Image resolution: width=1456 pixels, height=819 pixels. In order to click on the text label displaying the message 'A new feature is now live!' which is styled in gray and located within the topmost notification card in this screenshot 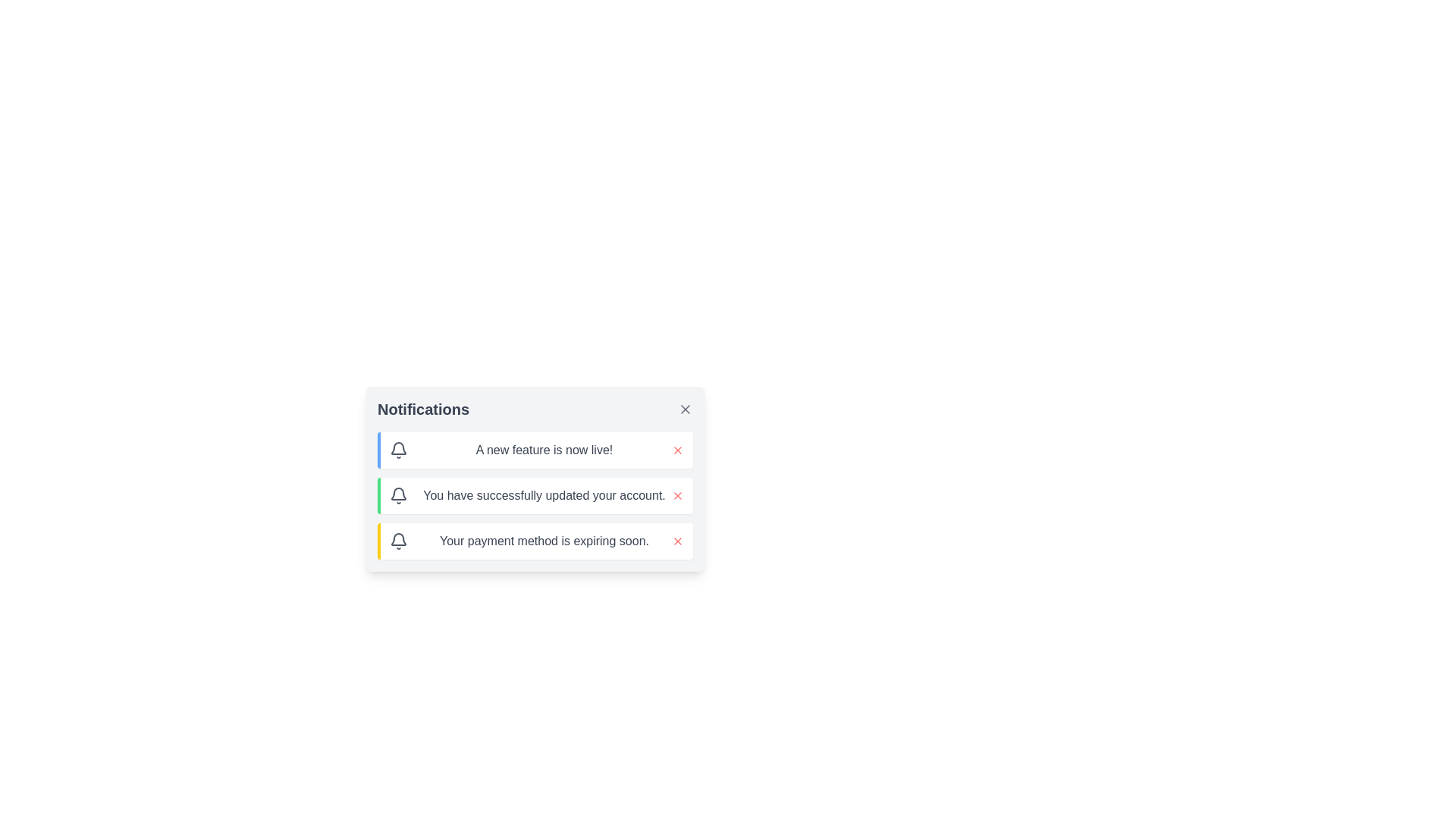, I will do `click(544, 450)`.